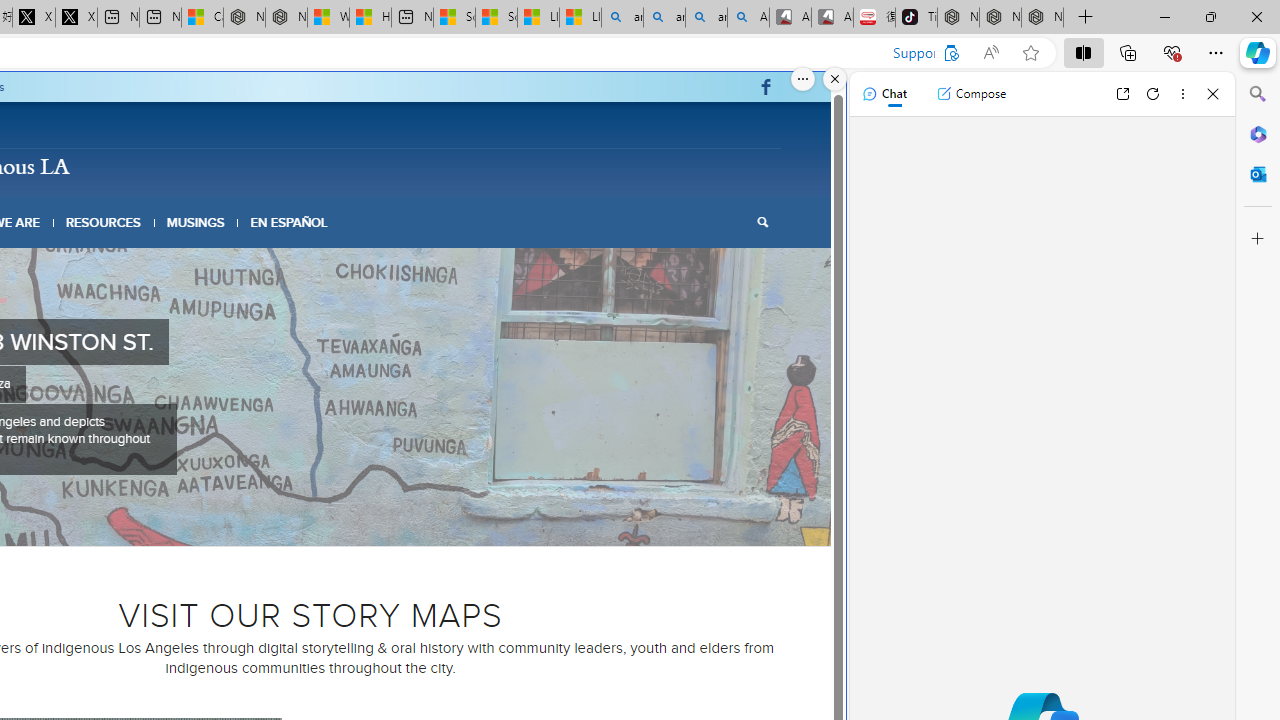 The image size is (1280, 720). I want to click on 'Microsoft 365', so click(1257, 133).